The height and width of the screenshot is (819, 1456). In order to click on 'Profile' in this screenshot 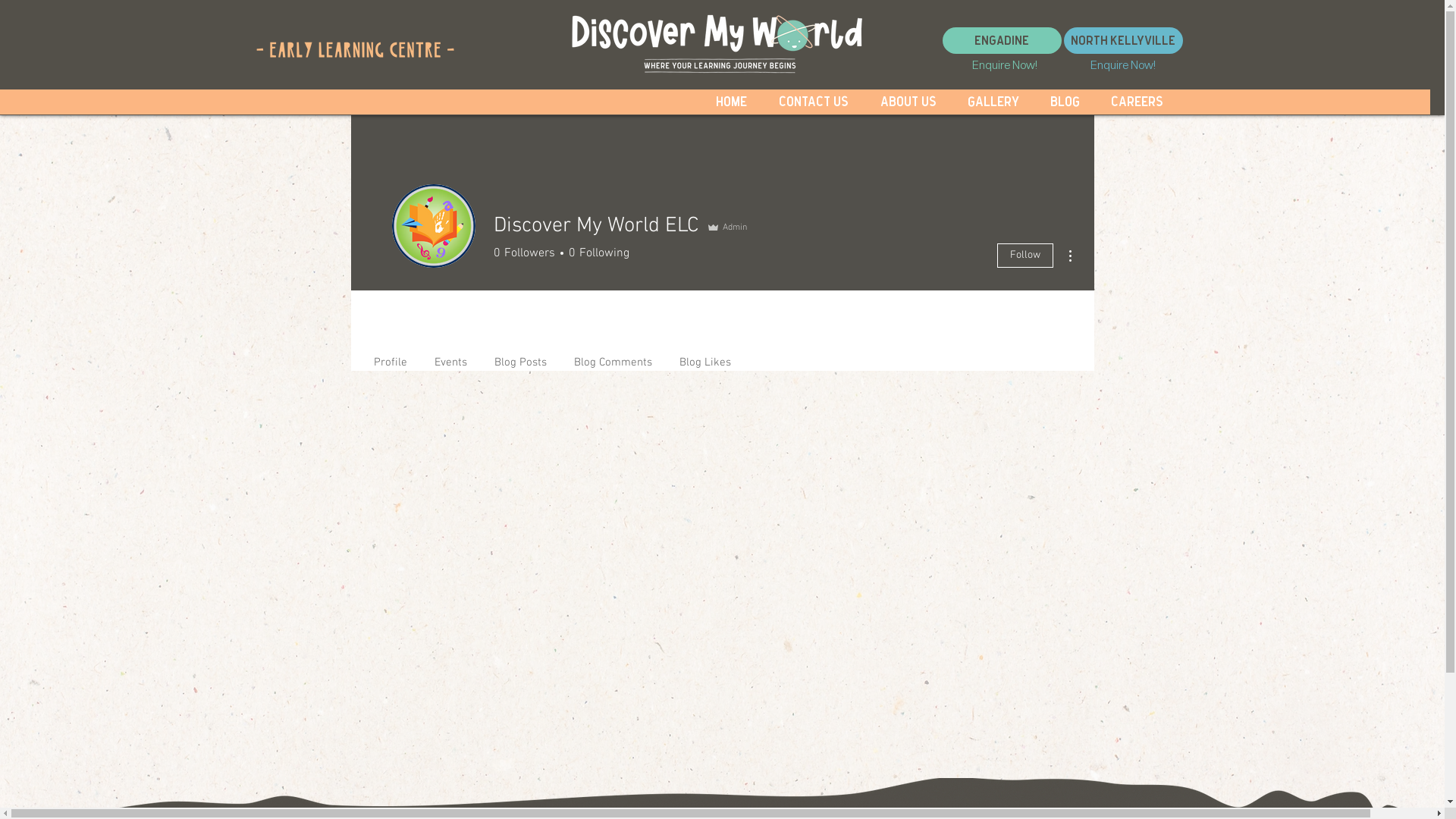, I will do `click(389, 356)`.